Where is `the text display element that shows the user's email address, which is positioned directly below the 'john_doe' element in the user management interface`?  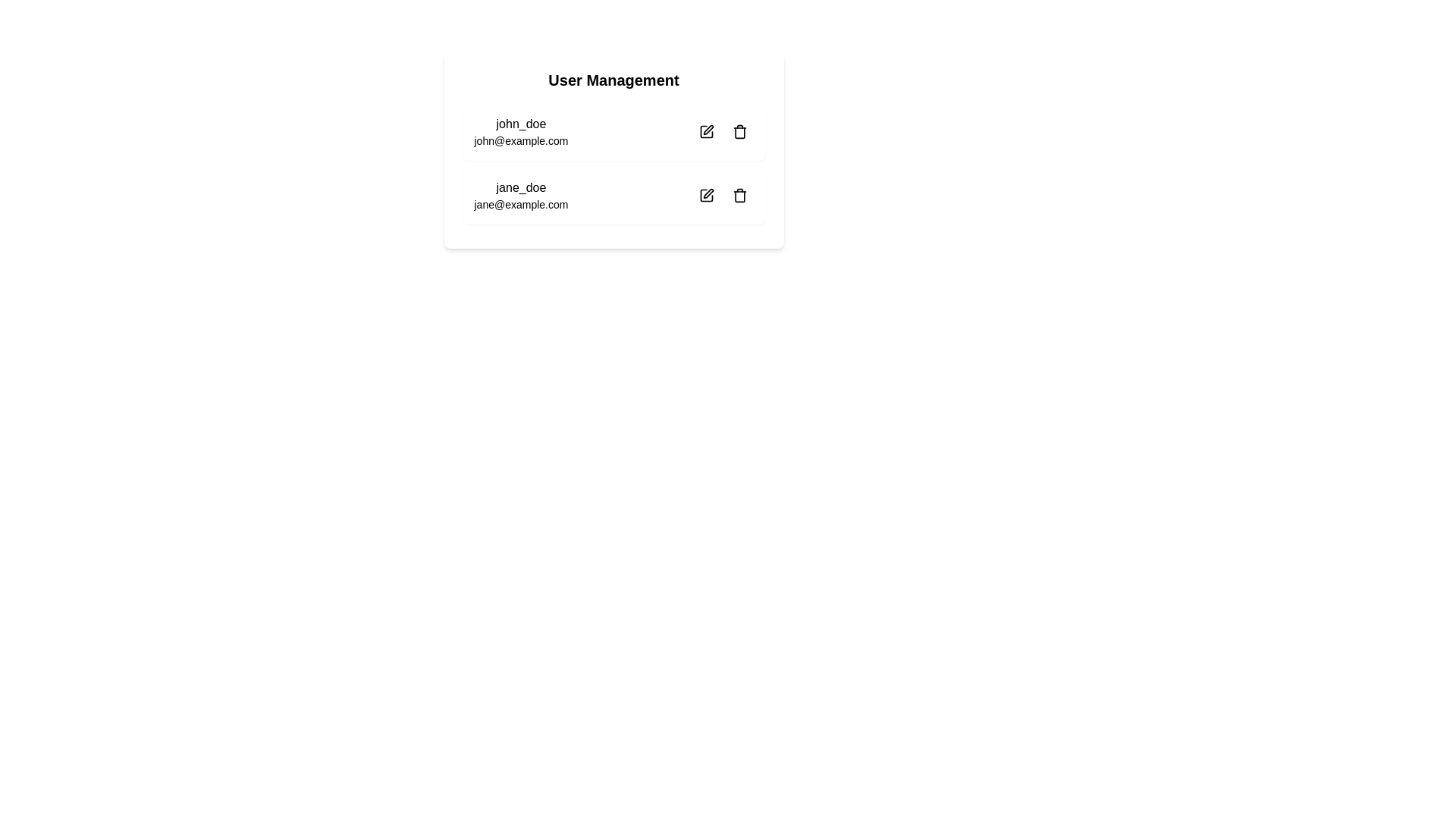
the text display element that shows the user's email address, which is positioned directly below the 'john_doe' element in the user management interface is located at coordinates (521, 140).